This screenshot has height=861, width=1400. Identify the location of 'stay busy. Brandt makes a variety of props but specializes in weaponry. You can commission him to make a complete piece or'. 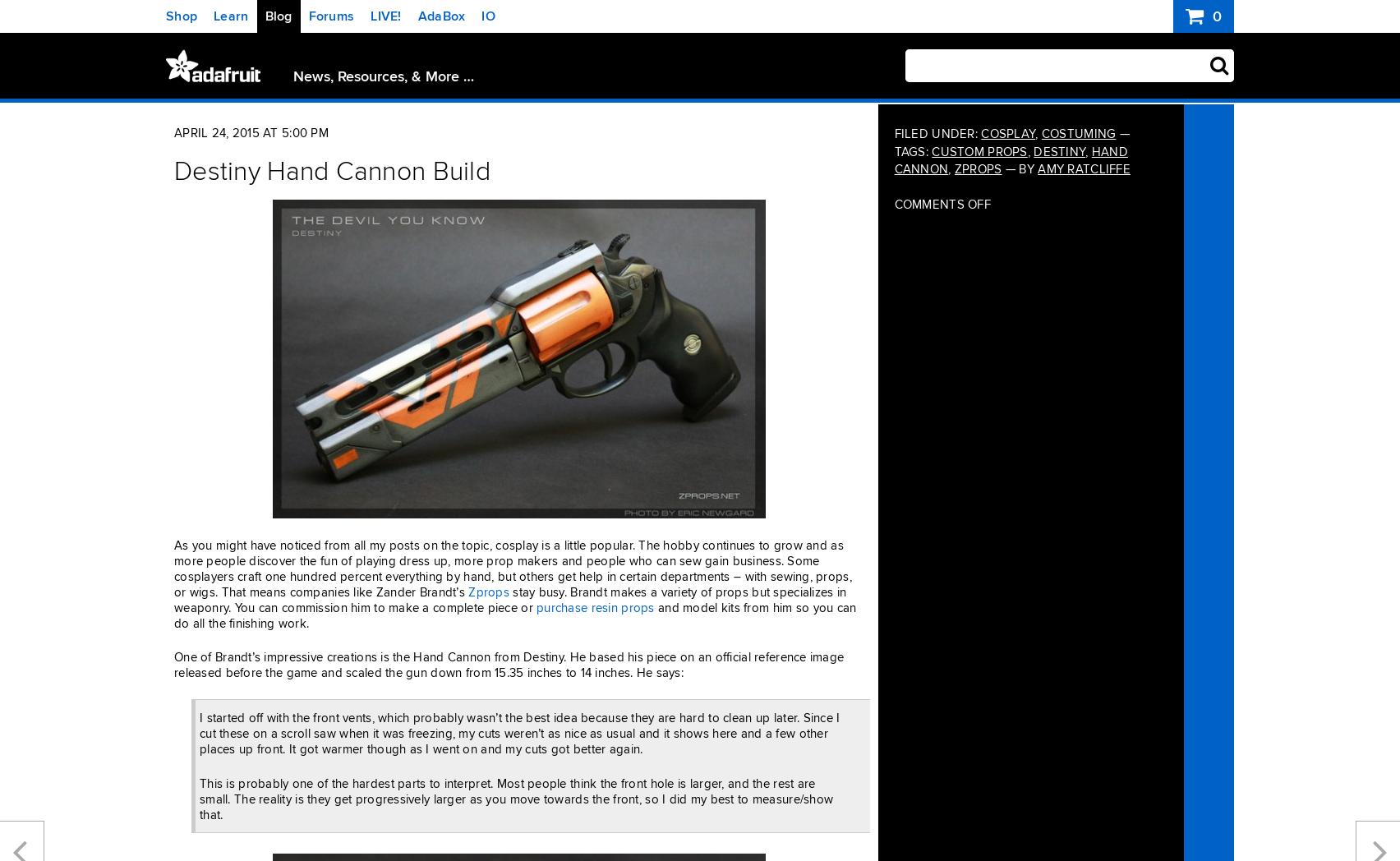
(509, 597).